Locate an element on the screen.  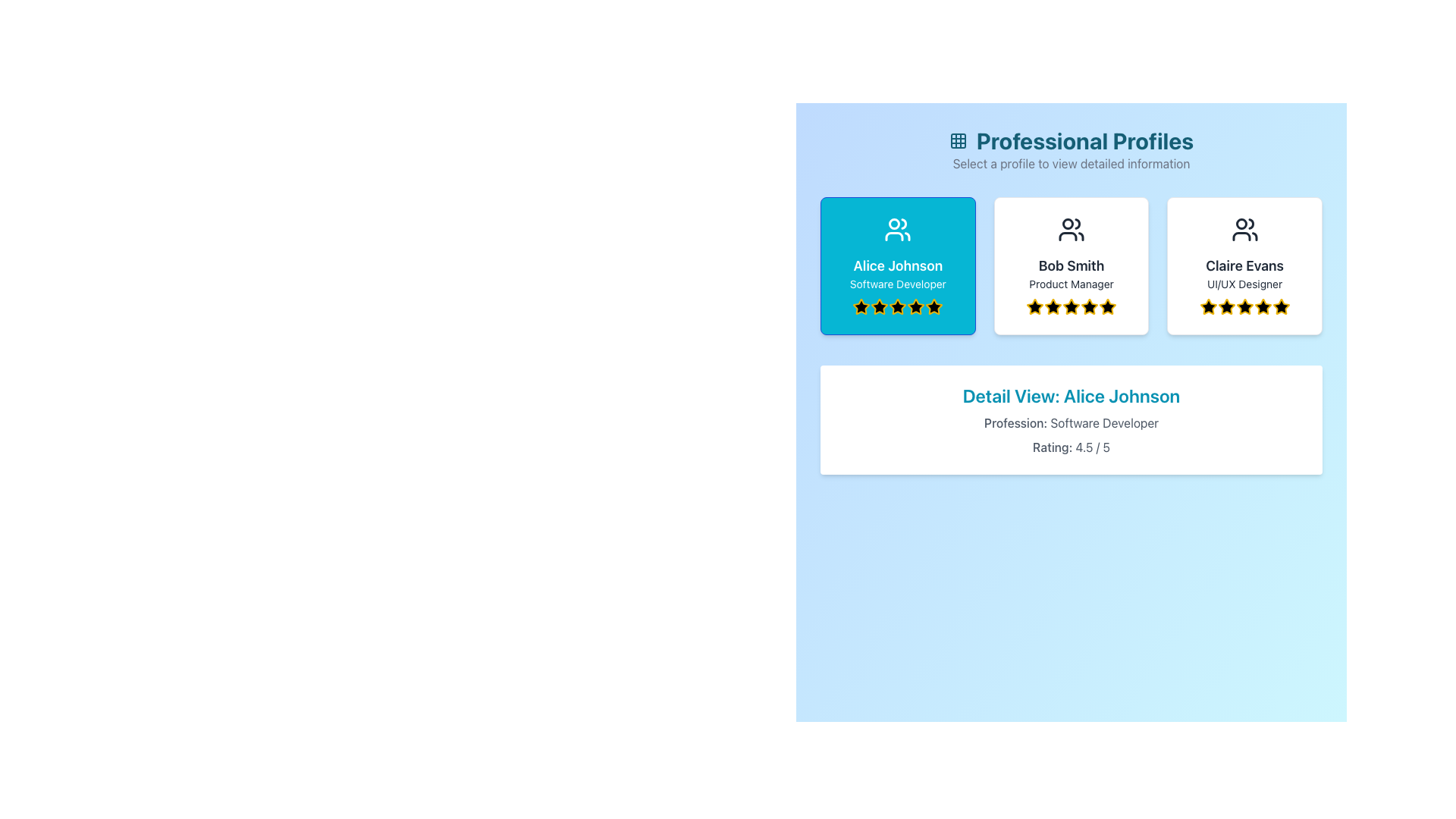
the fifth star icon in the user card for 'Bob Smith - Product Manager', which is styled with a yellow and black fill and represents a rating feature is located at coordinates (1107, 307).